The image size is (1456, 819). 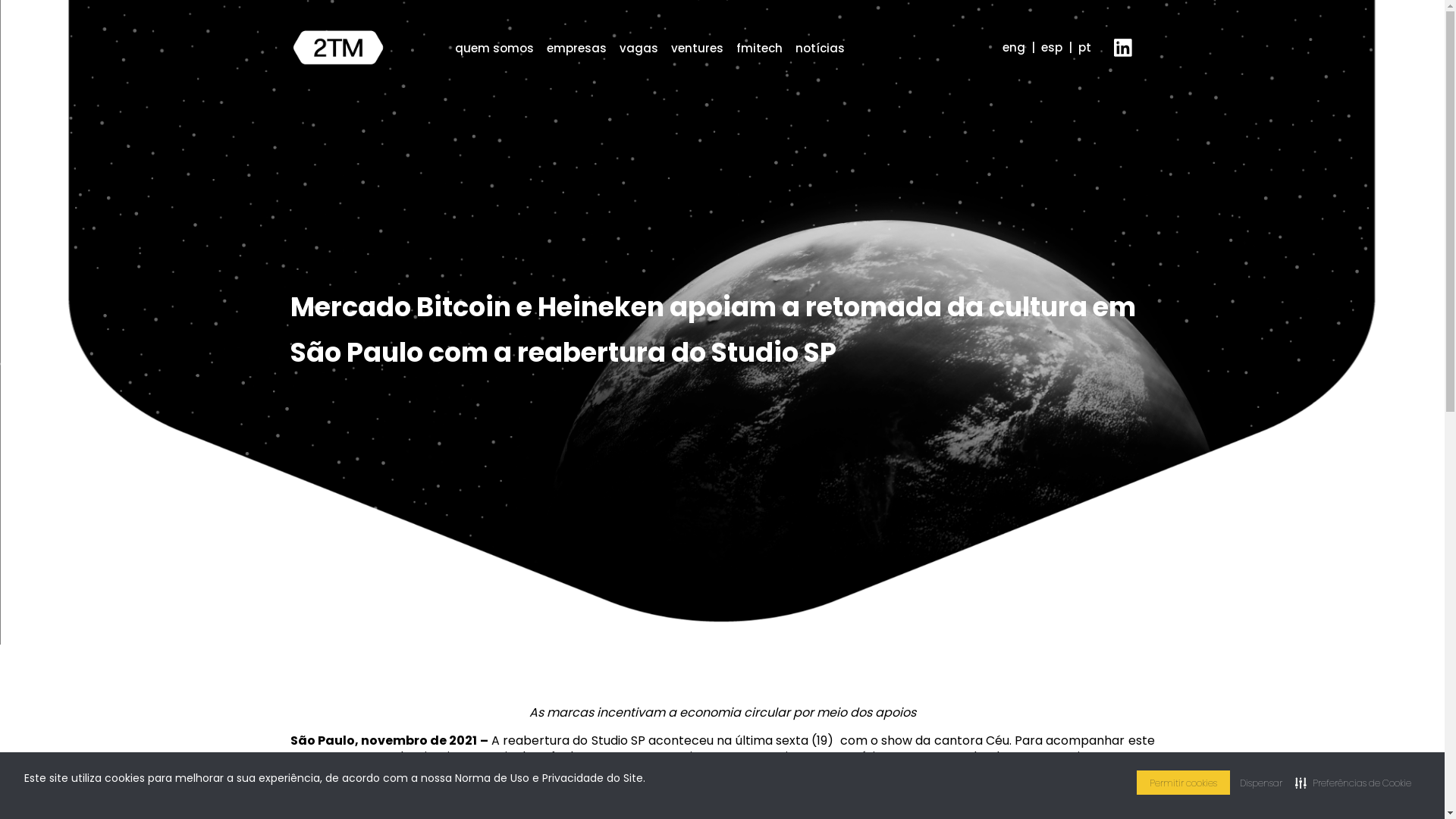 What do you see at coordinates (1182, 783) in the screenshot?
I see `'Permitir cookies'` at bounding box center [1182, 783].